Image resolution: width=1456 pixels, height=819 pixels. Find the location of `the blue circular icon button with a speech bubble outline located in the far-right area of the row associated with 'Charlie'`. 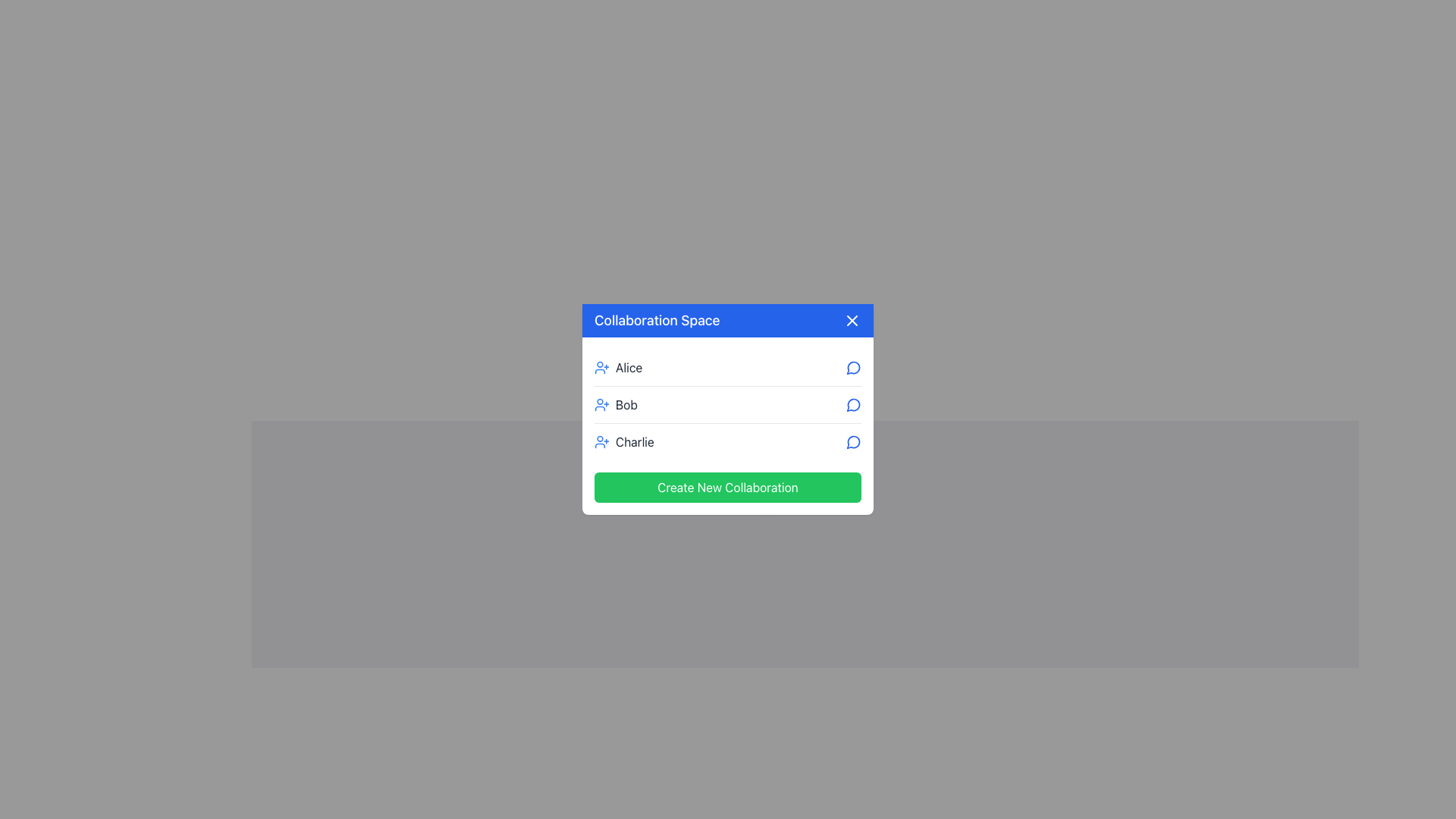

the blue circular icon button with a speech bubble outline located in the far-right area of the row associated with 'Charlie' is located at coordinates (854, 441).